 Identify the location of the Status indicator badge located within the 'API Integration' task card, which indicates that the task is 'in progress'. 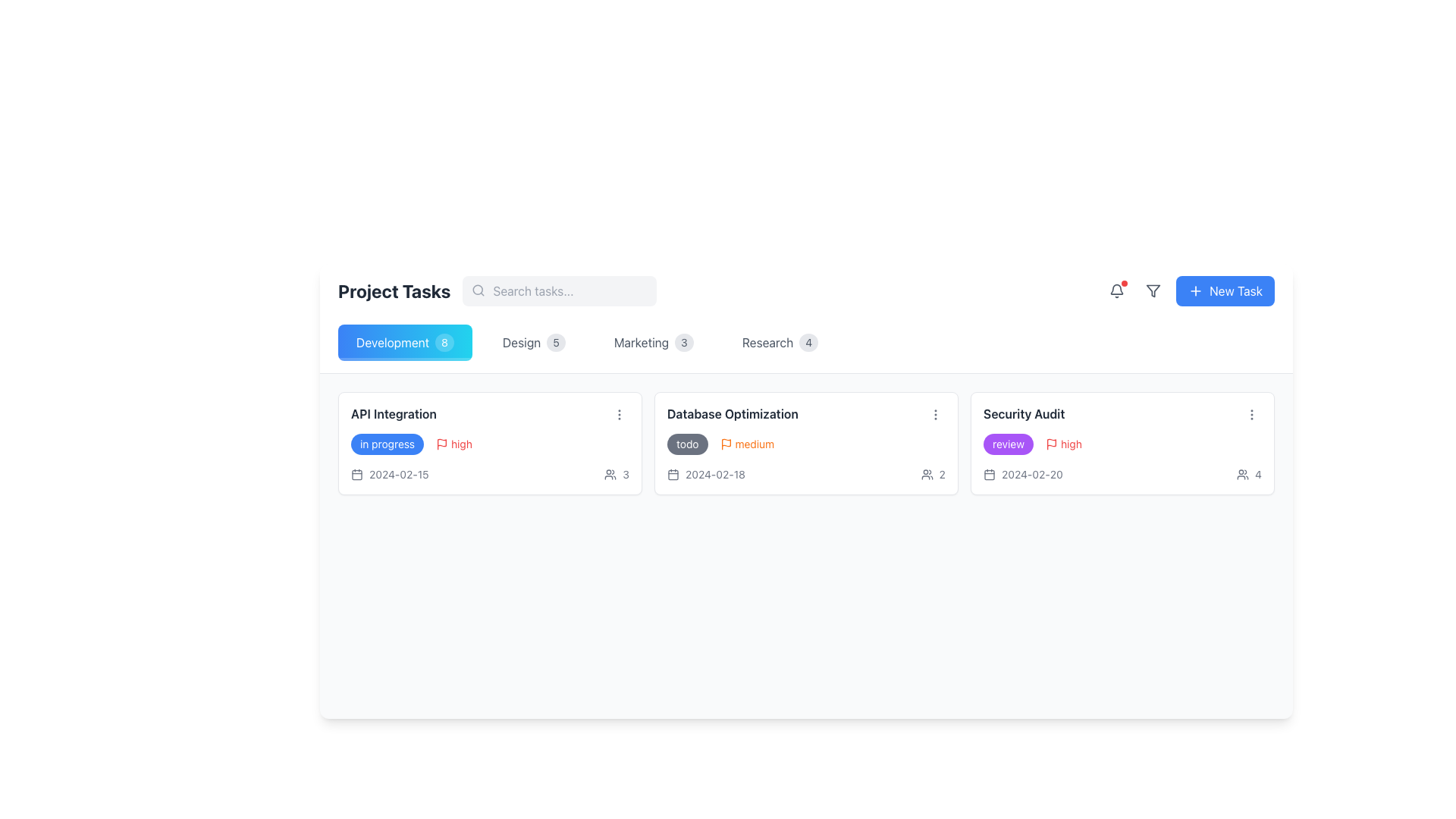
(388, 444).